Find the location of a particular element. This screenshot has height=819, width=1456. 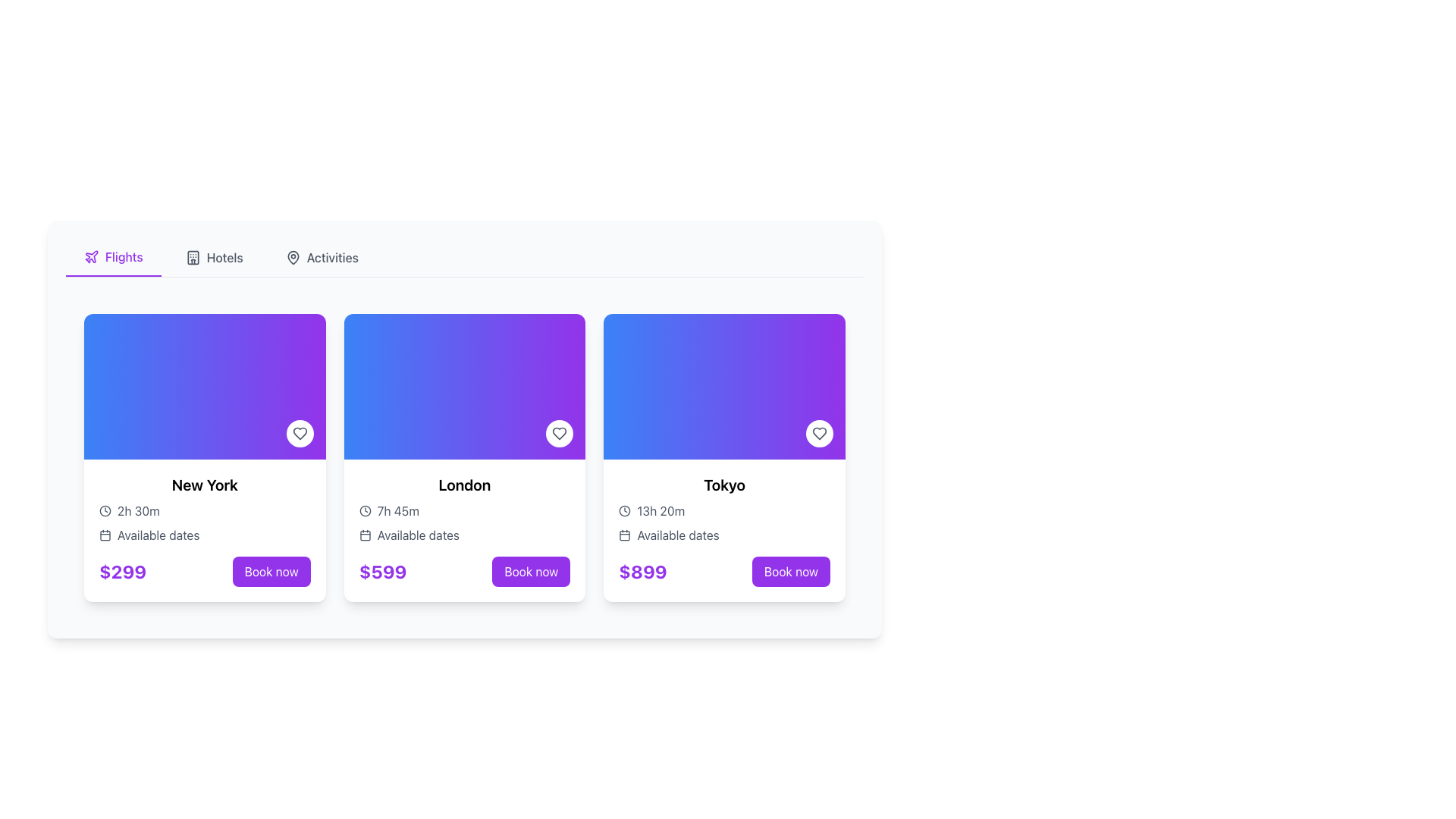

the SVG circle element that is part of the clock icon located in the center of the London card, adjacent to the time duration text is located at coordinates (365, 511).